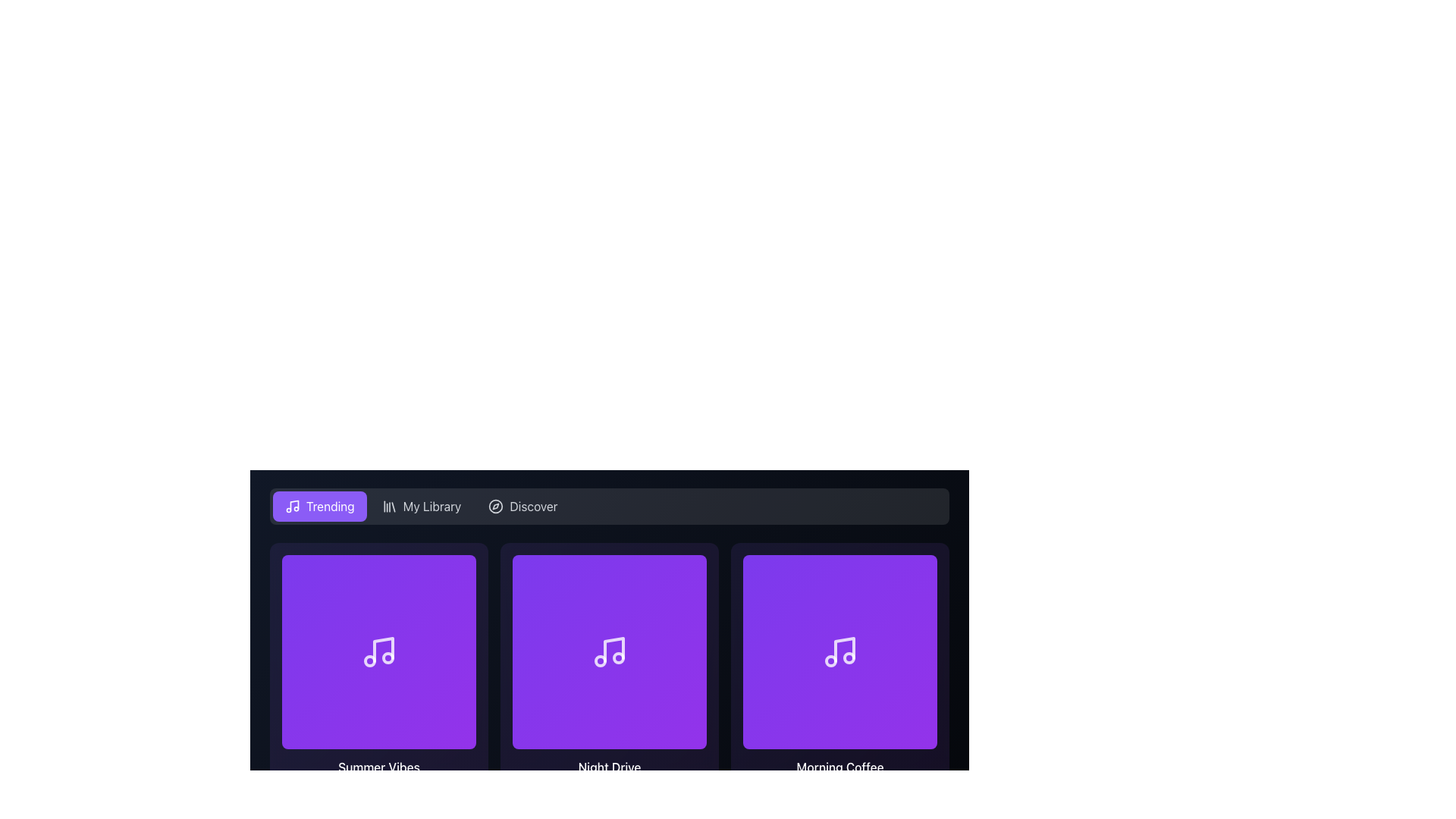 The image size is (1456, 819). What do you see at coordinates (378, 651) in the screenshot?
I see `the music-related icon located in the first card of the 'Trending' section` at bounding box center [378, 651].